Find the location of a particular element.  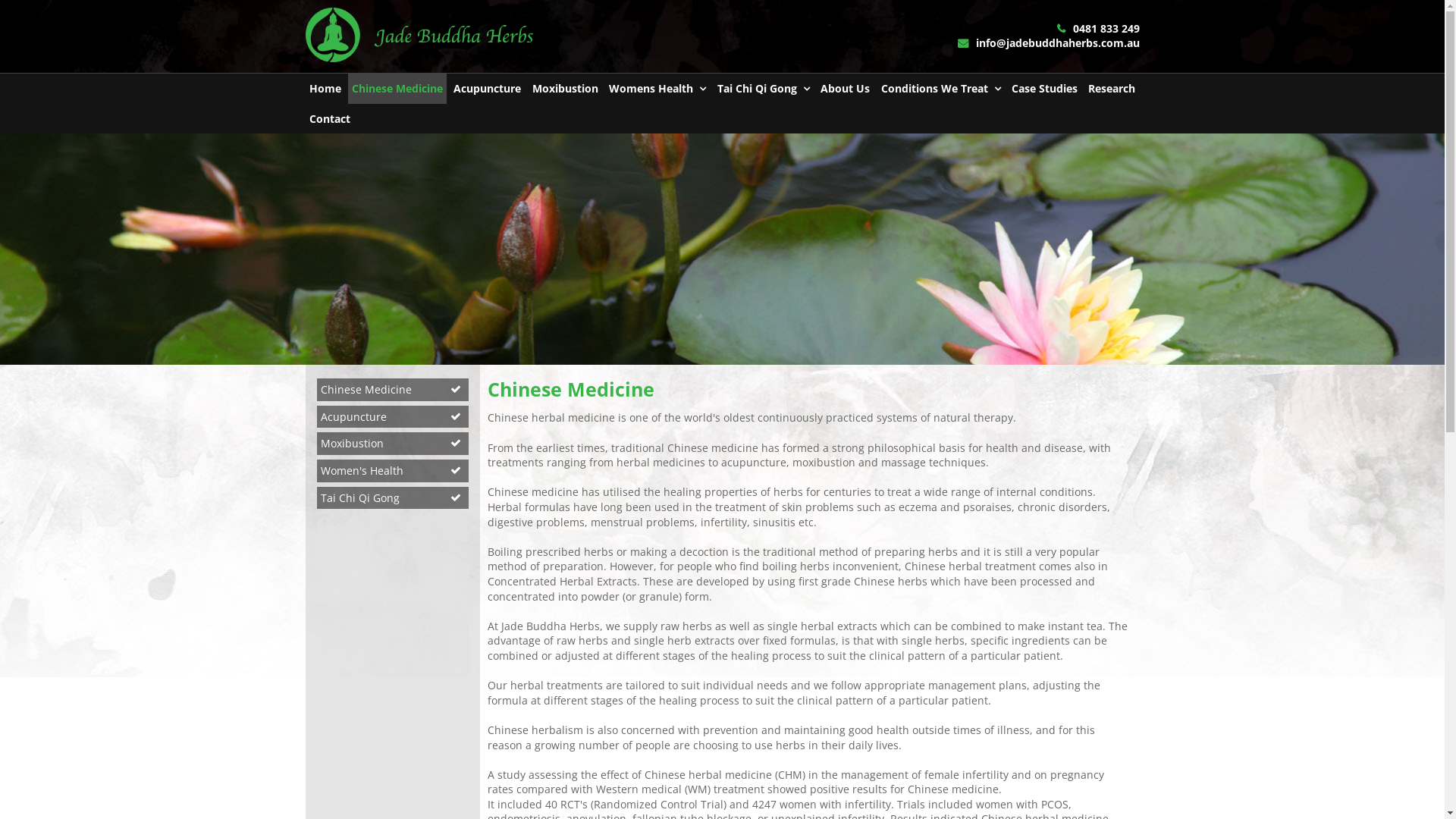

'Womens Health' is located at coordinates (657, 88).